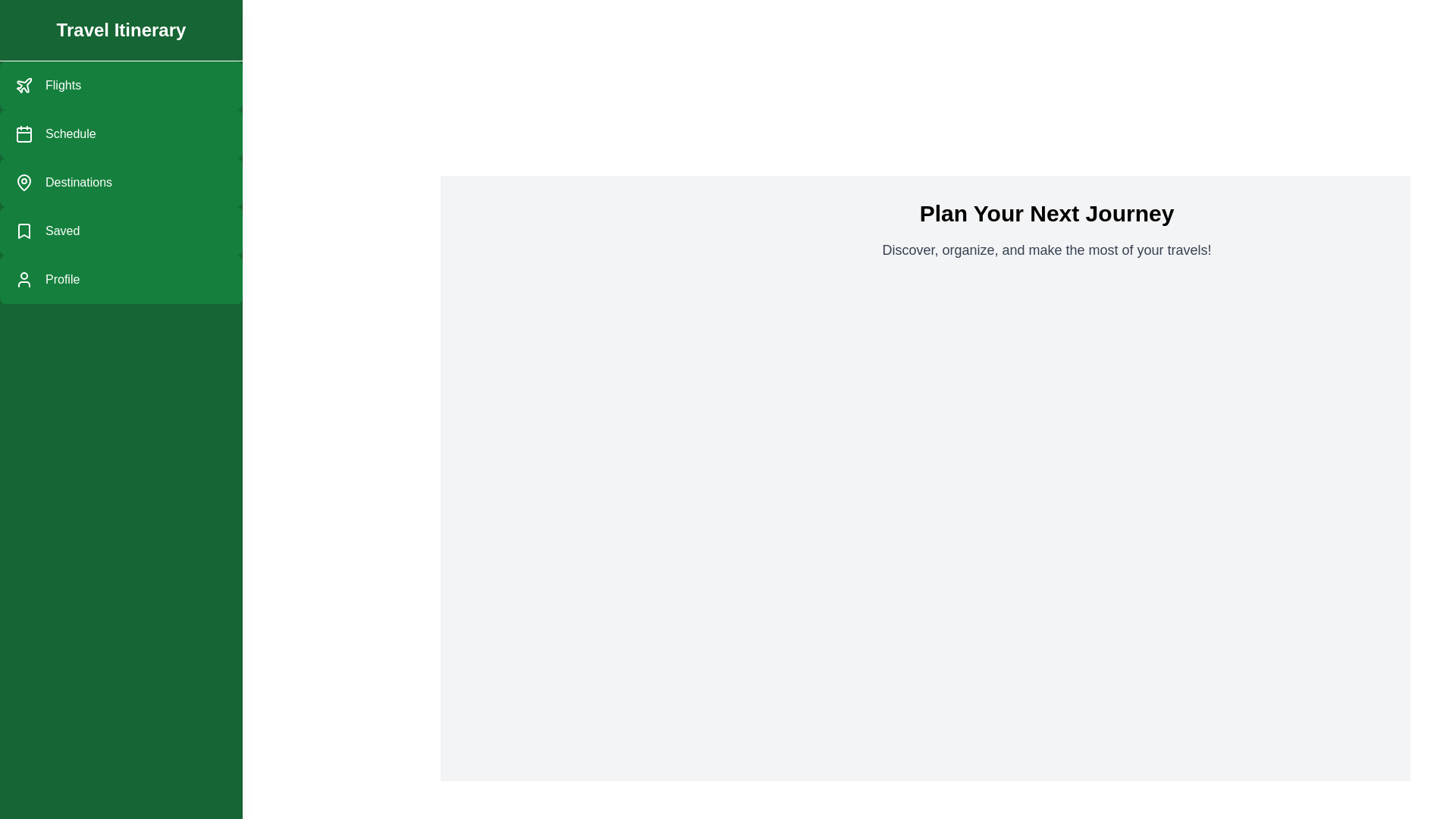 This screenshot has width=1456, height=819. What do you see at coordinates (24, 85) in the screenshot?
I see `the airplane icon in the left-side navigation menu` at bounding box center [24, 85].